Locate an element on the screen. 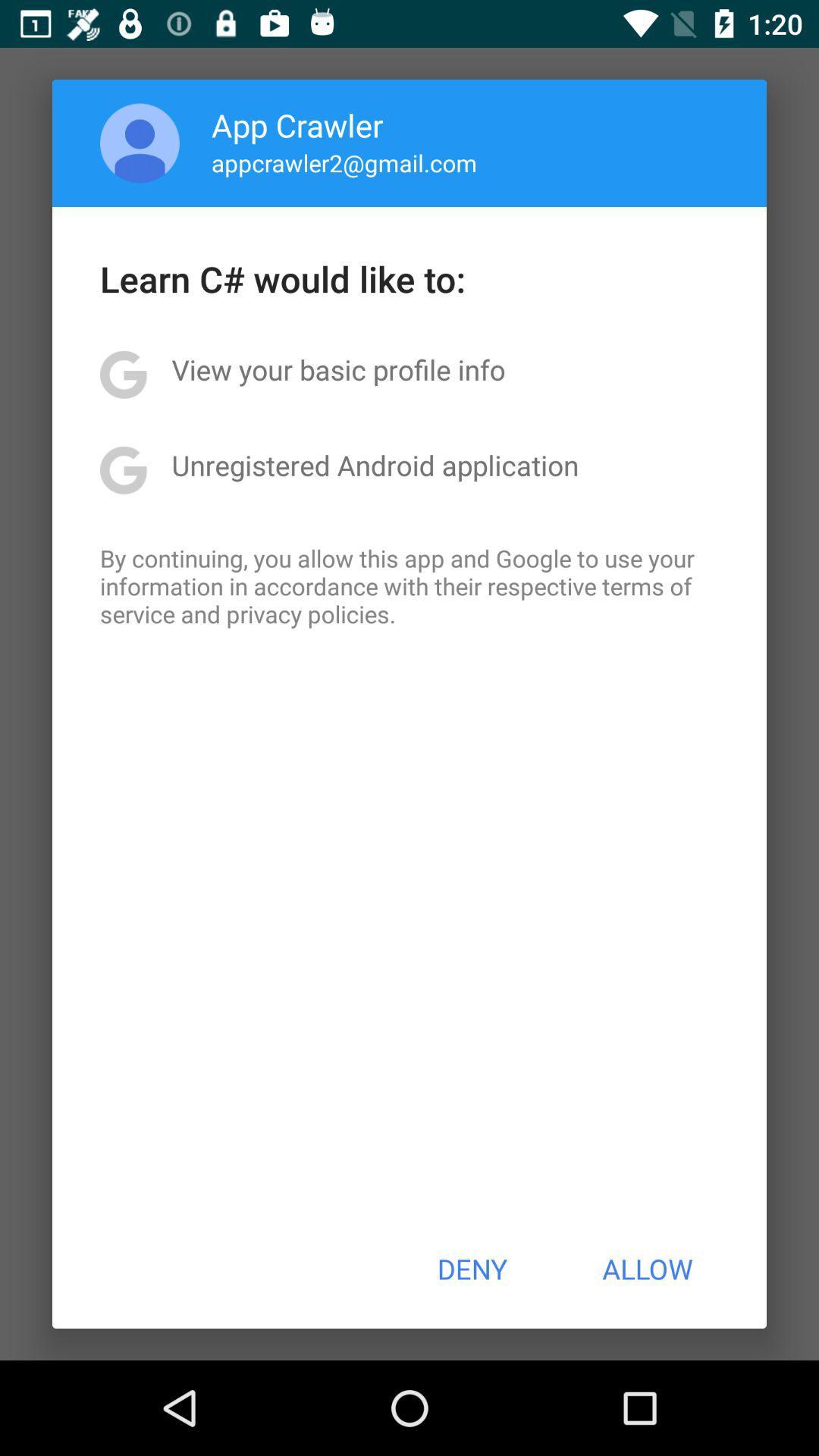 This screenshot has height=1456, width=819. icon below the app crawler app is located at coordinates (344, 162).